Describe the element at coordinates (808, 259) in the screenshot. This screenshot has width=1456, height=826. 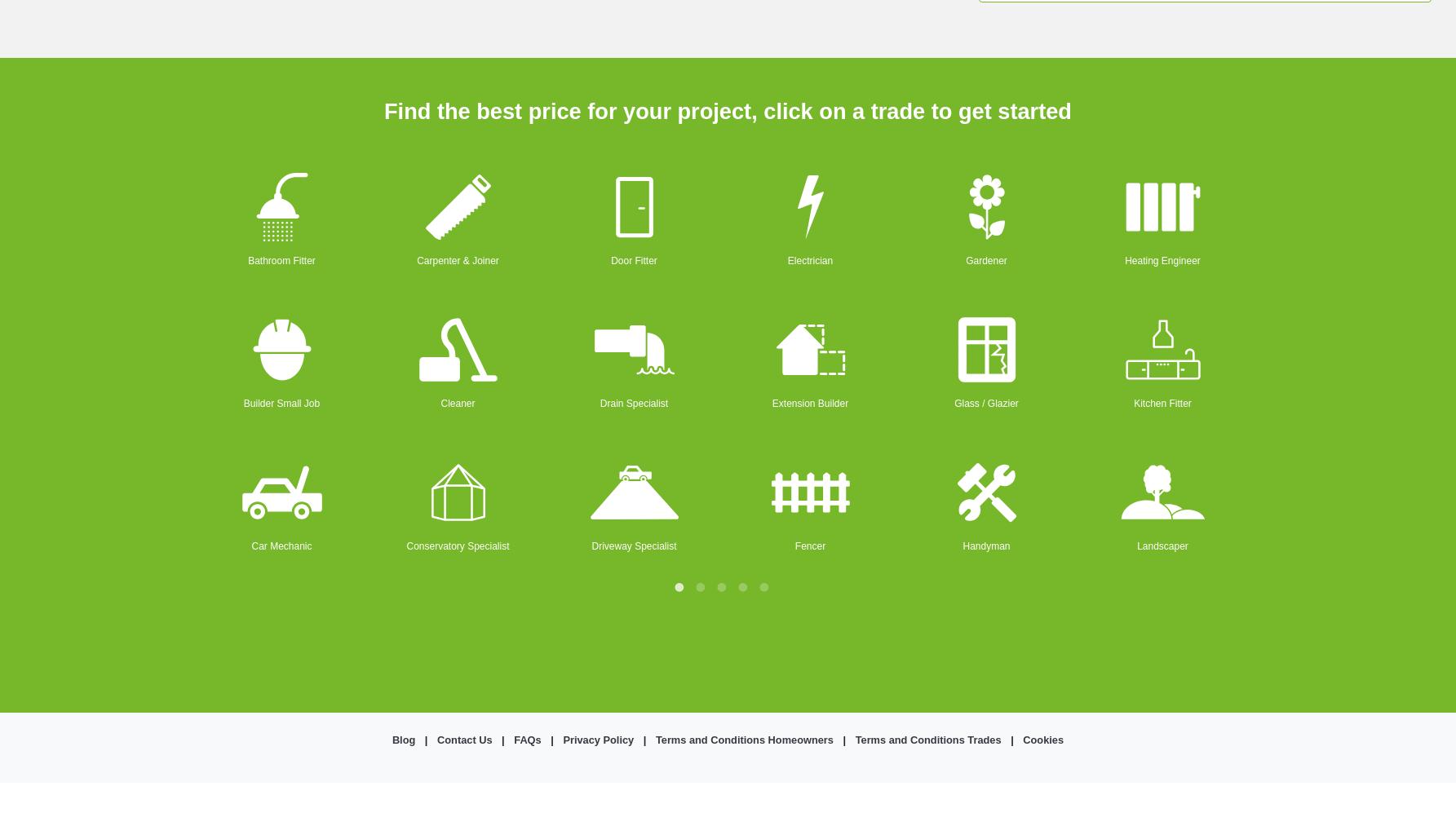
I see `'Electrician'` at that location.